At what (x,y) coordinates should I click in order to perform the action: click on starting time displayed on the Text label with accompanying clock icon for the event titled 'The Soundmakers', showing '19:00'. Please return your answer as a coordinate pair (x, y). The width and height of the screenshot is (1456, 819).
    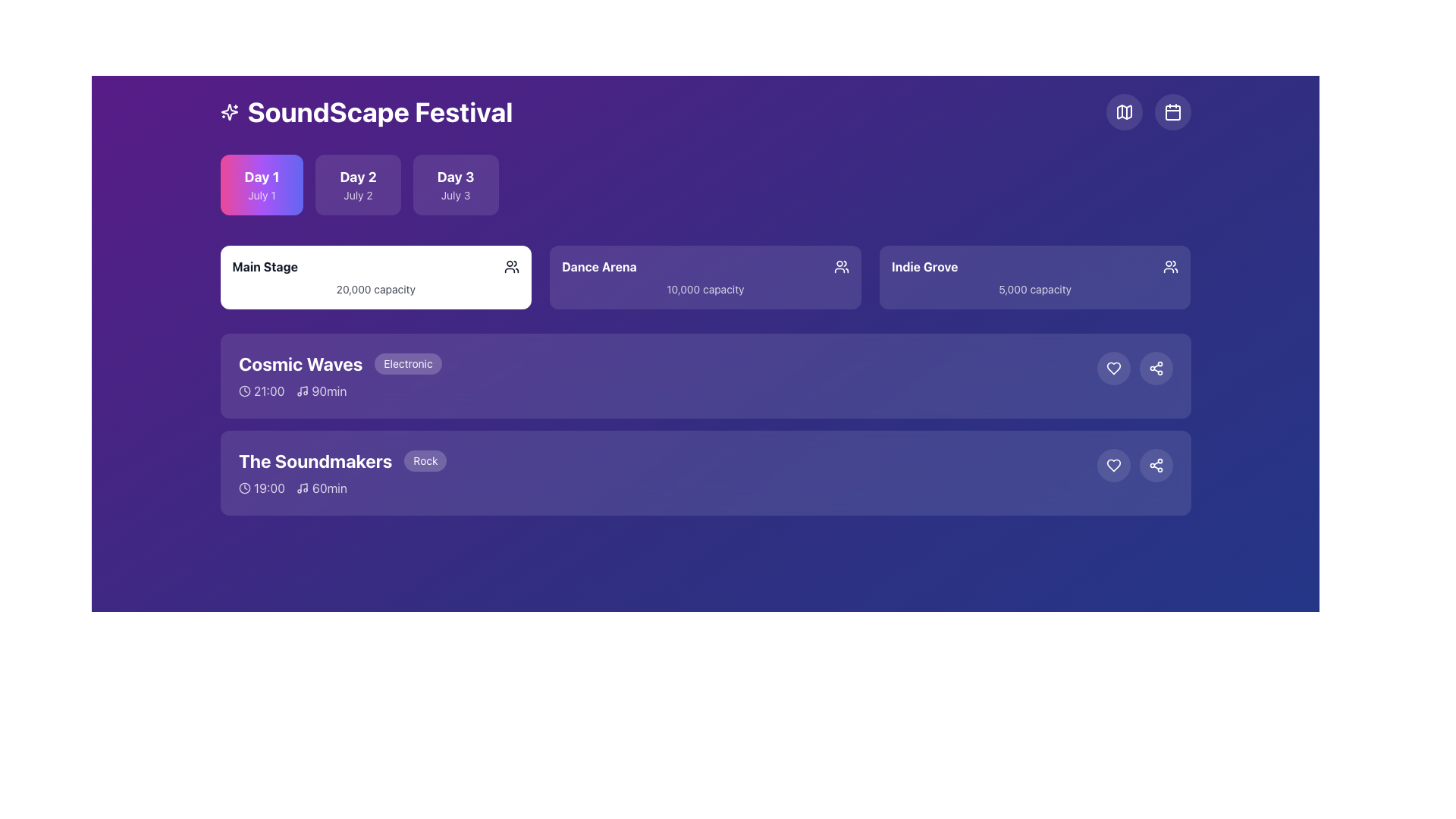
    Looking at the image, I should click on (262, 488).